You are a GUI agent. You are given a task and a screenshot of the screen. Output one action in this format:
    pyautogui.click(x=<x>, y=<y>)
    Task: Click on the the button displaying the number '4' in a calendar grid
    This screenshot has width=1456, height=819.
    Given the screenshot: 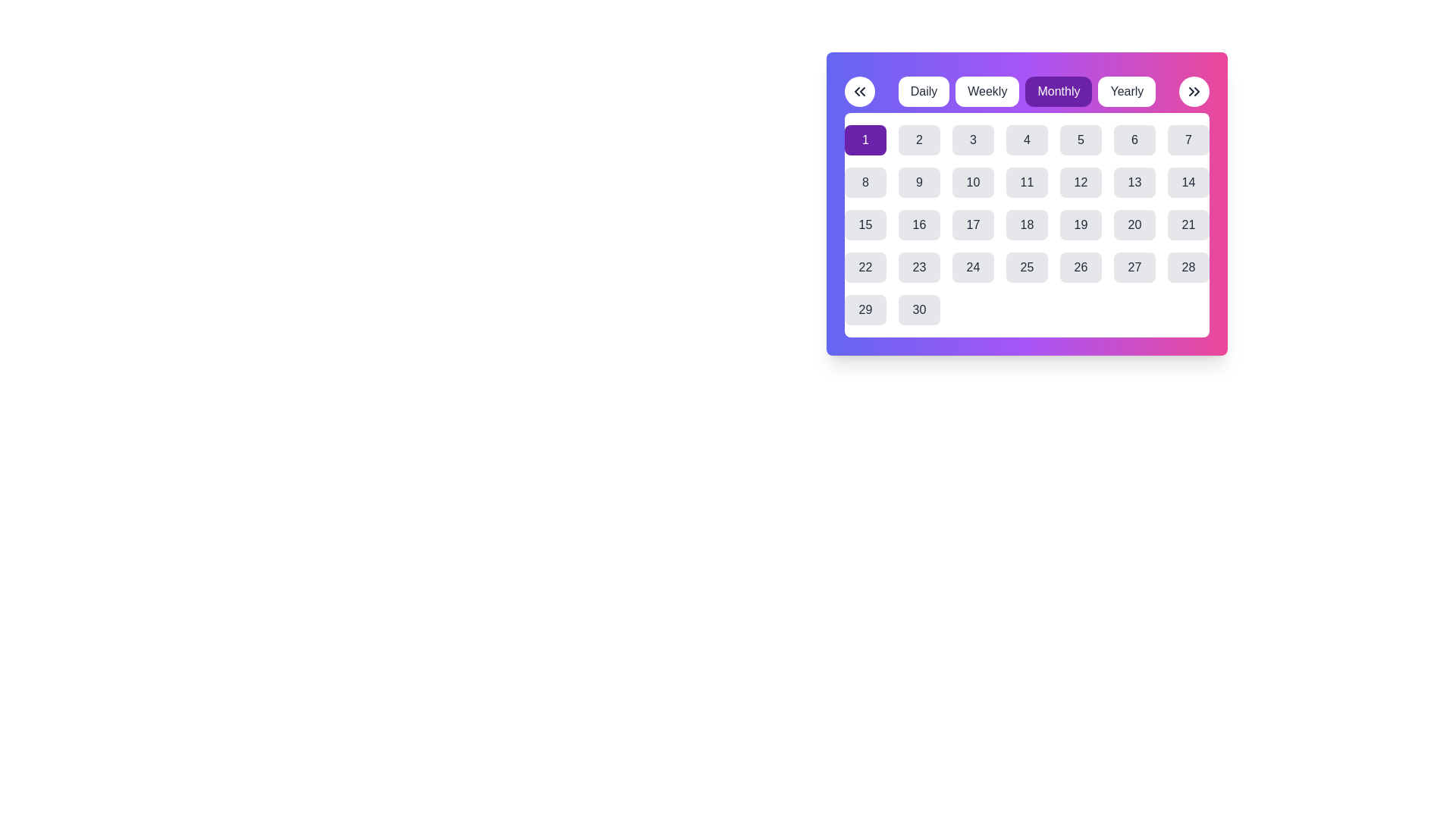 What is the action you would take?
    pyautogui.click(x=1027, y=140)
    